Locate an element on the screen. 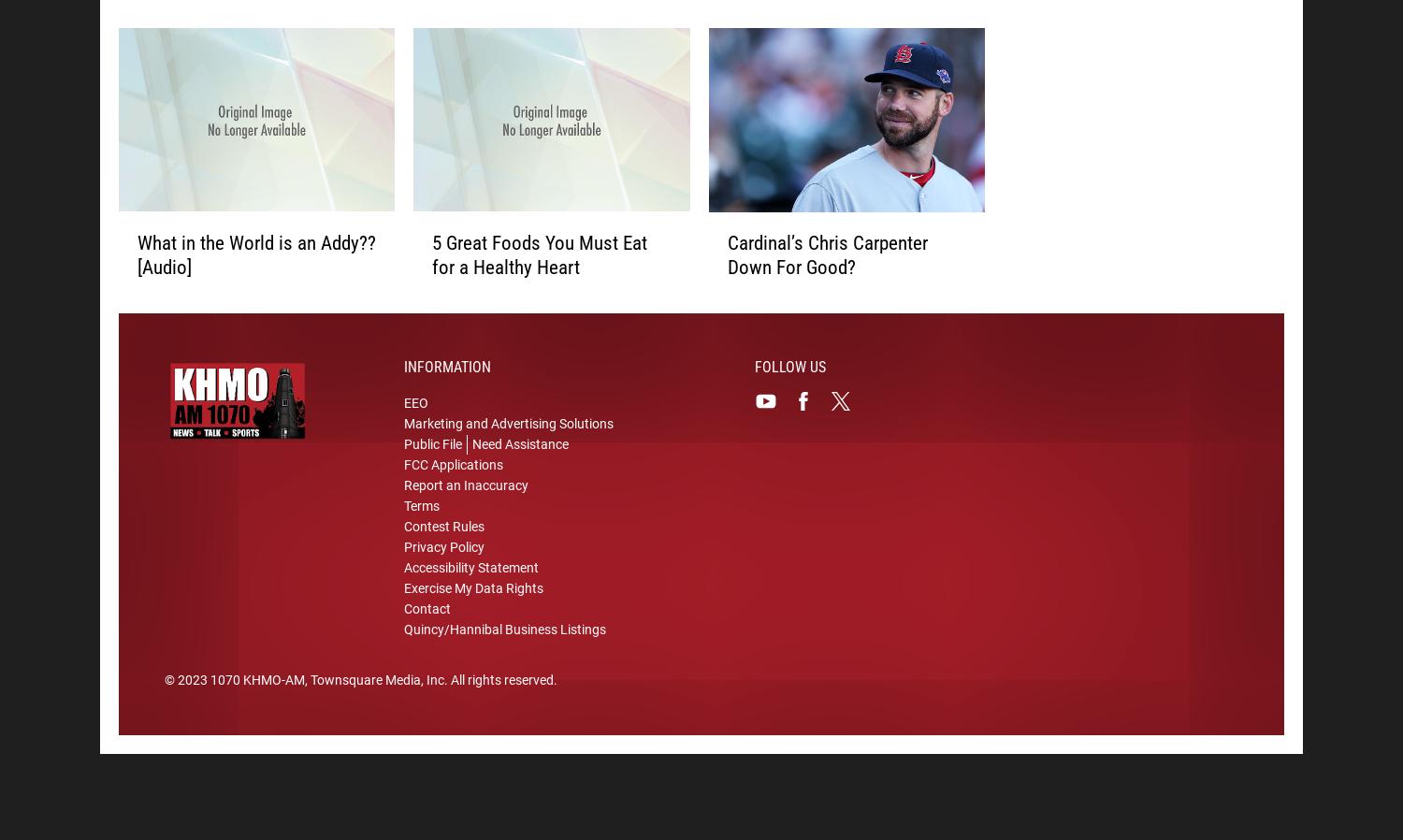 The image size is (1403, 840). 'Follow Us' is located at coordinates (788, 369).